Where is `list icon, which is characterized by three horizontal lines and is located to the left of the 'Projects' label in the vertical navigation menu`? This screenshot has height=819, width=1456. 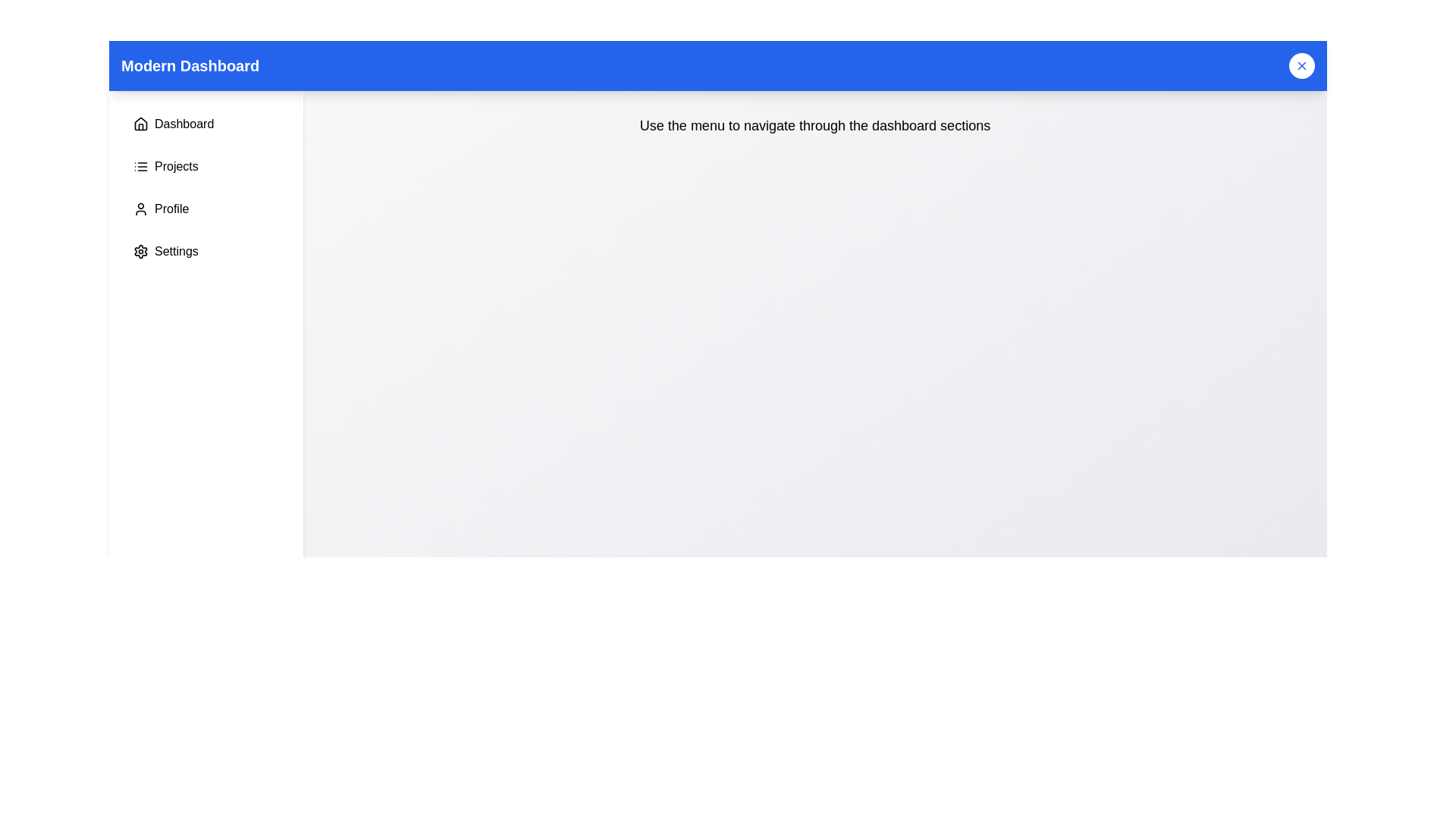
list icon, which is characterized by three horizontal lines and is located to the left of the 'Projects' label in the vertical navigation menu is located at coordinates (141, 166).